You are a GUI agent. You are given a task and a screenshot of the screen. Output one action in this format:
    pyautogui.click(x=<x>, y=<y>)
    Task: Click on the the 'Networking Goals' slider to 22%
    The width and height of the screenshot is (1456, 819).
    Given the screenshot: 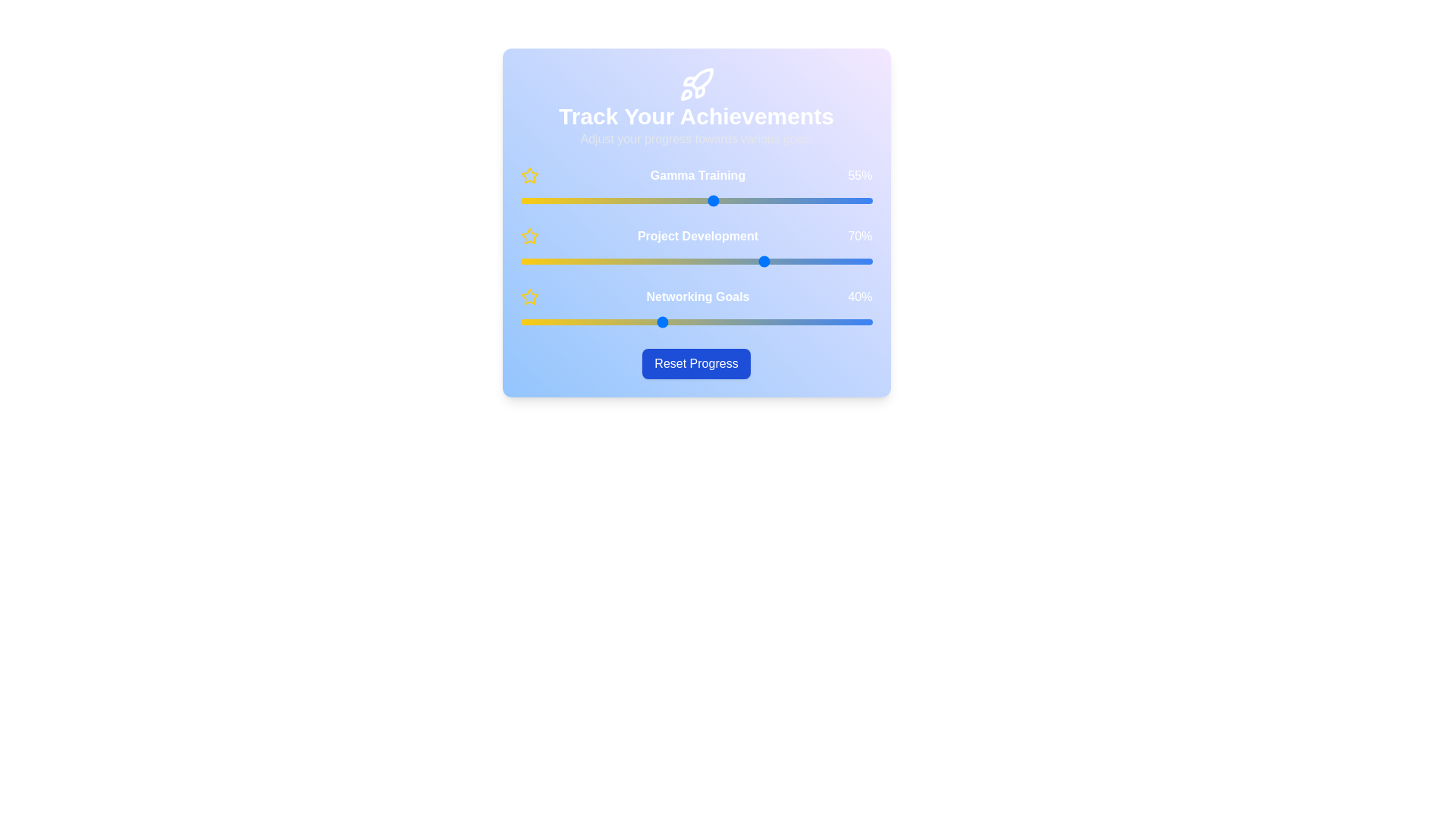 What is the action you would take?
    pyautogui.click(x=597, y=321)
    